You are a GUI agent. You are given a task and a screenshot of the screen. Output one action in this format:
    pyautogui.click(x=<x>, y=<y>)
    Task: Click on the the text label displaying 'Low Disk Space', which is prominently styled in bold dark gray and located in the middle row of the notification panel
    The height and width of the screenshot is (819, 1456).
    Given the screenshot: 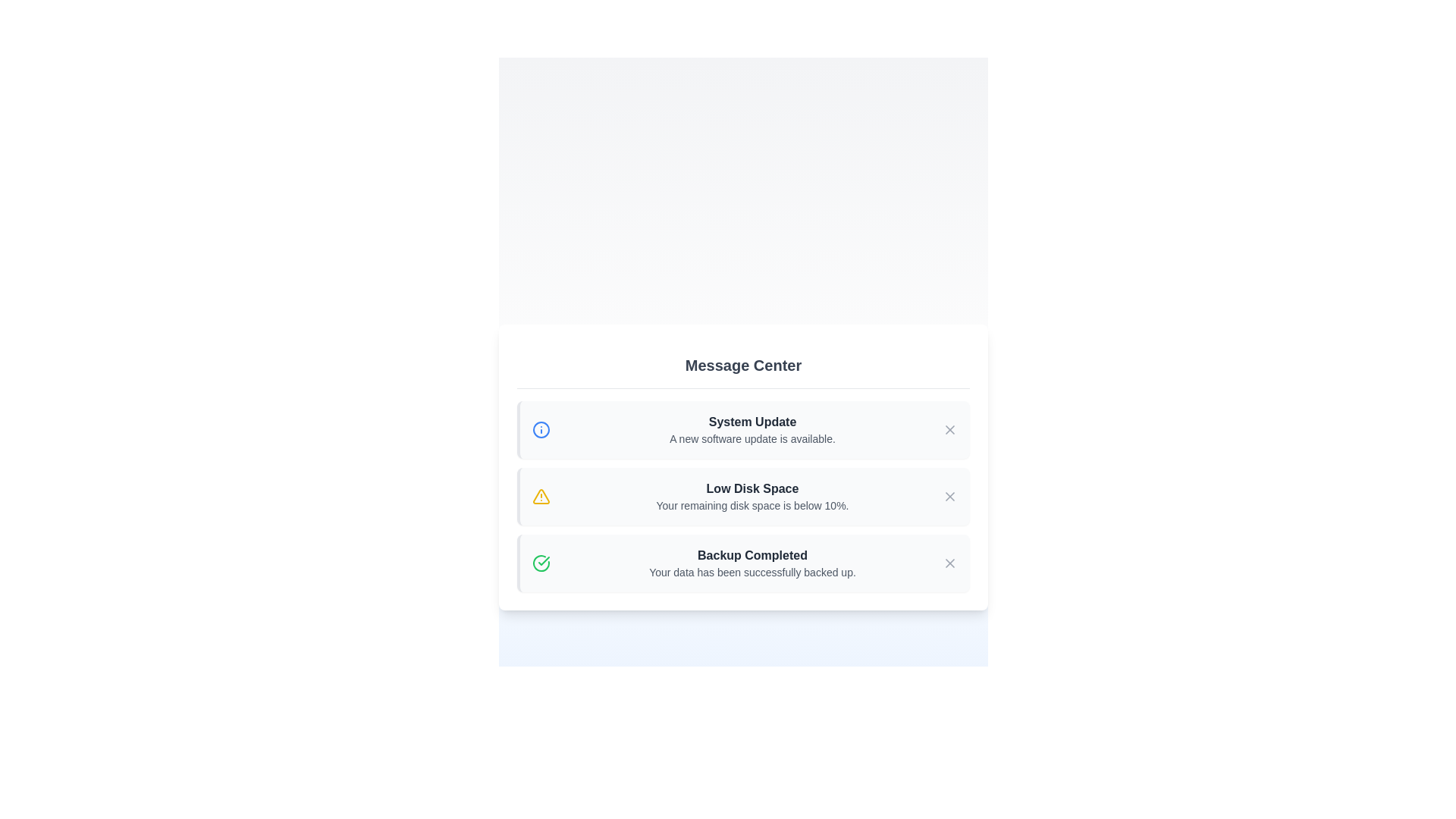 What is the action you would take?
    pyautogui.click(x=752, y=488)
    